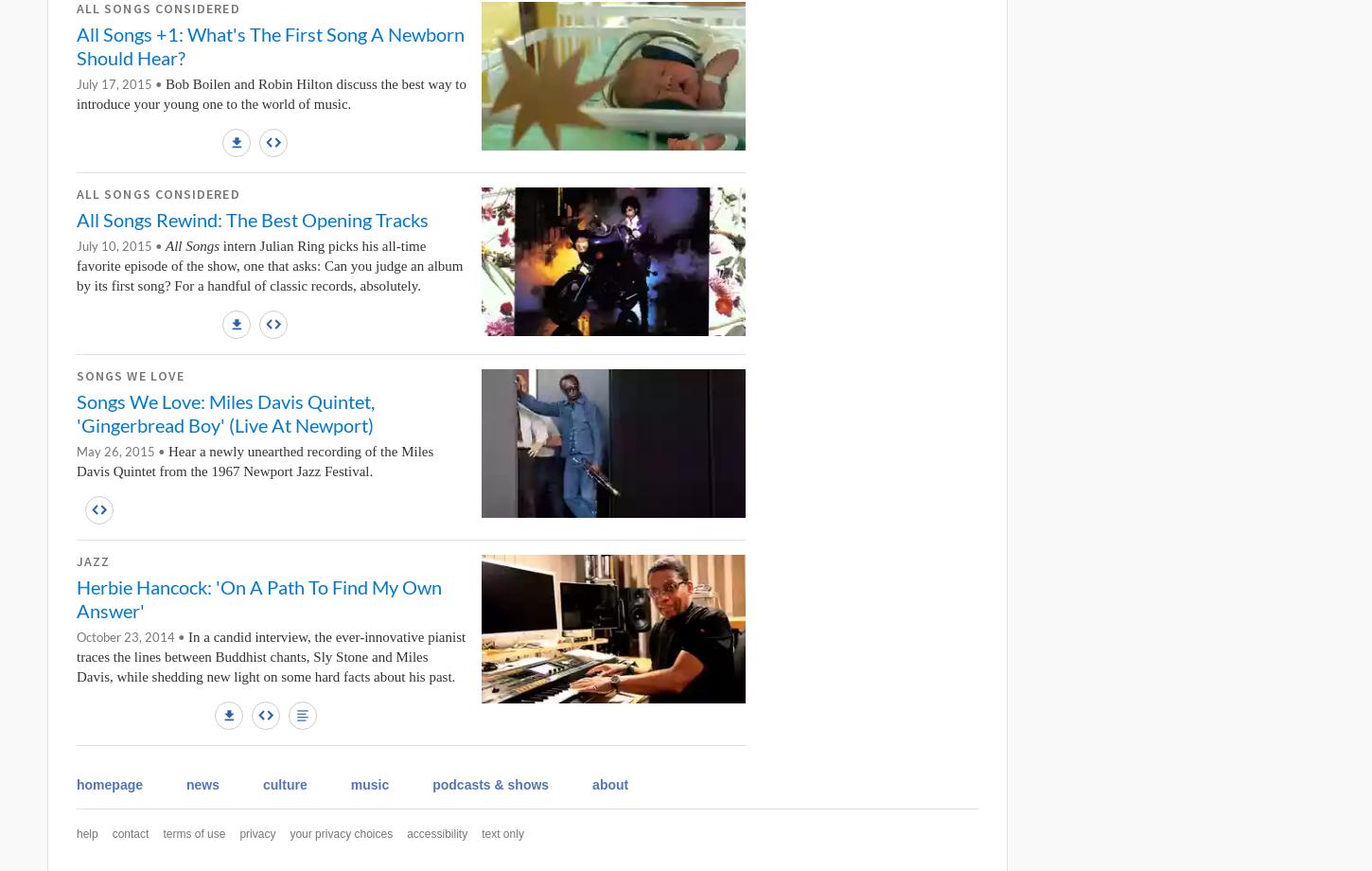  Describe the element at coordinates (77, 451) in the screenshot. I see `'May 26, 2015 •'` at that location.